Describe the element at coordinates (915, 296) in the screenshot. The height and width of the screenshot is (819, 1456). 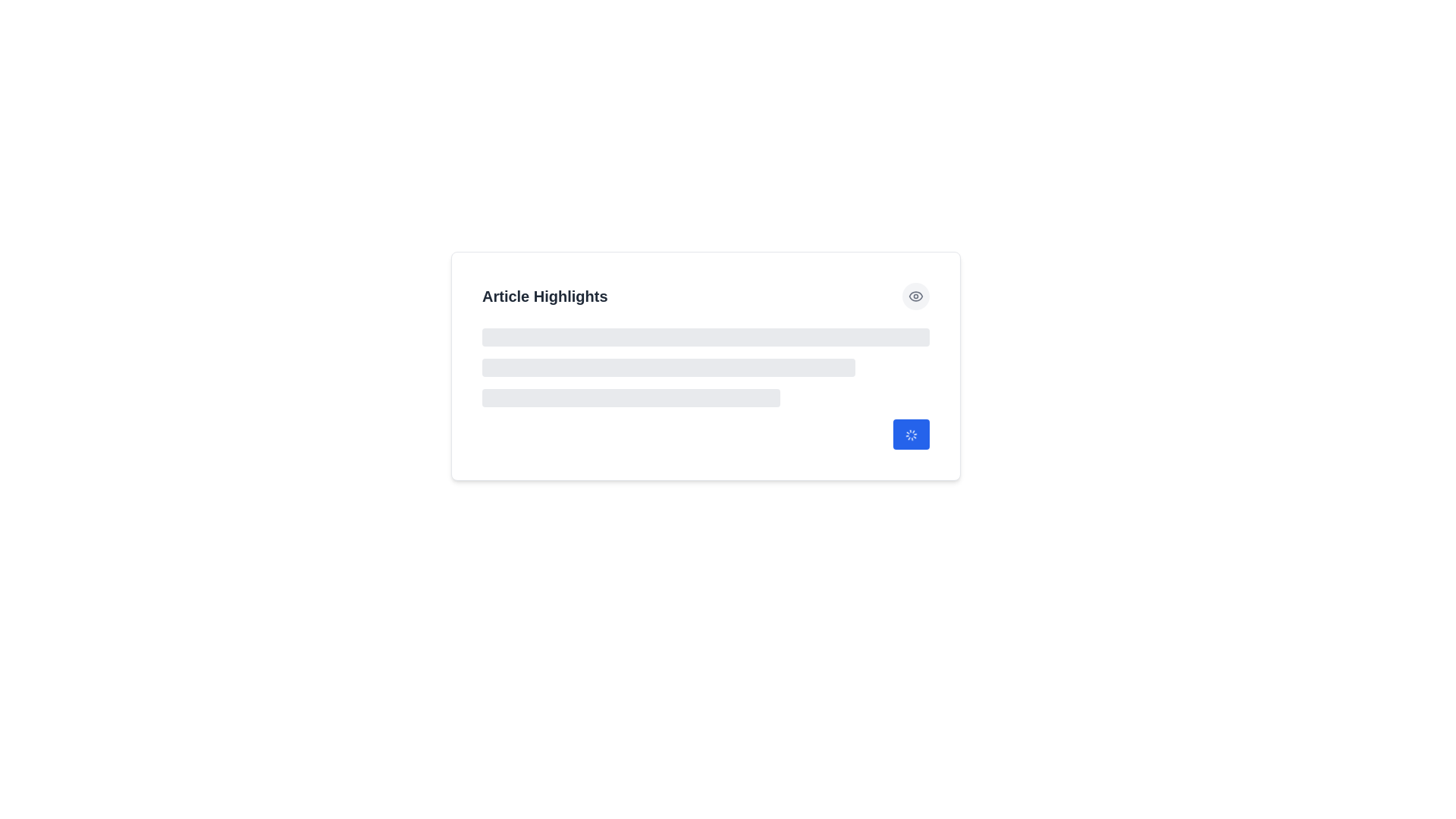
I see `the visibility icon, which resembles an eye with a rounded design located in the top-right corner of a card-like component` at that location.